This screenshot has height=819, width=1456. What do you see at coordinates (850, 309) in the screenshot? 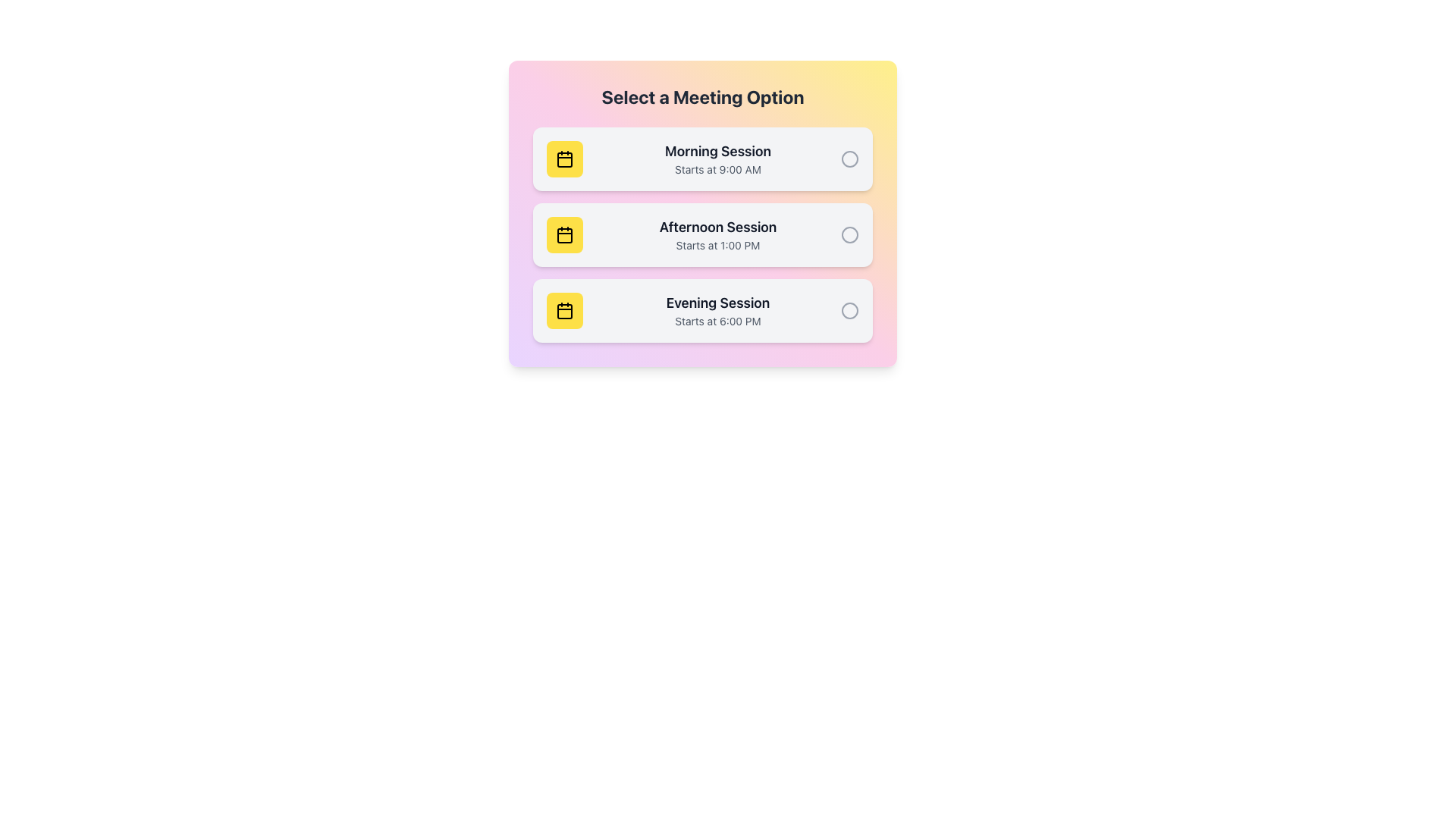
I see `the inactive radio button represented by a small circular icon with a gray border, located to the far right of the 'Evening Session' entry in the meeting options list` at bounding box center [850, 309].